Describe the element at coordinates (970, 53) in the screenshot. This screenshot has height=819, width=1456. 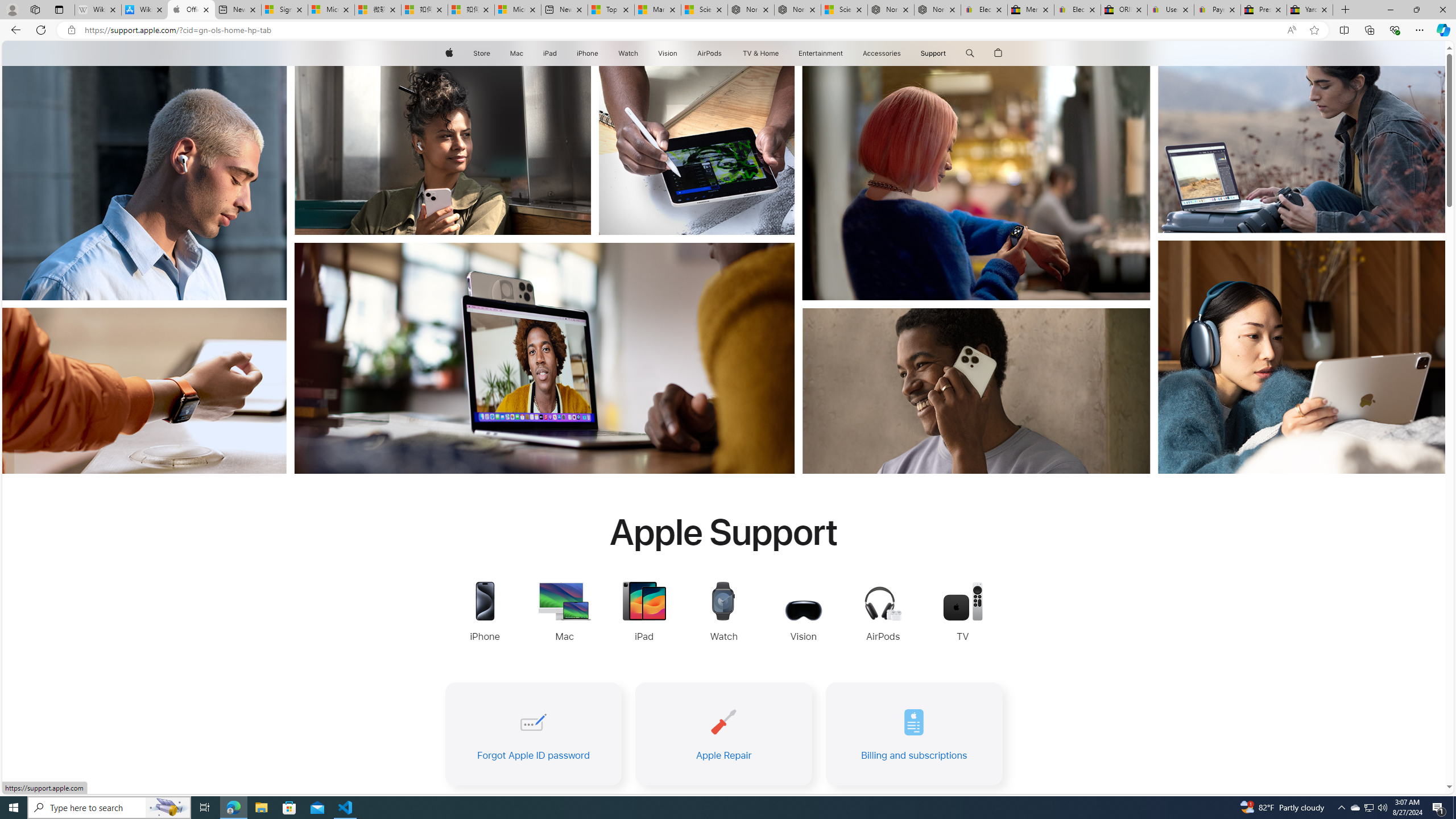
I see `'Class: globalnav-item globalnav-search shift-0-1'` at that location.